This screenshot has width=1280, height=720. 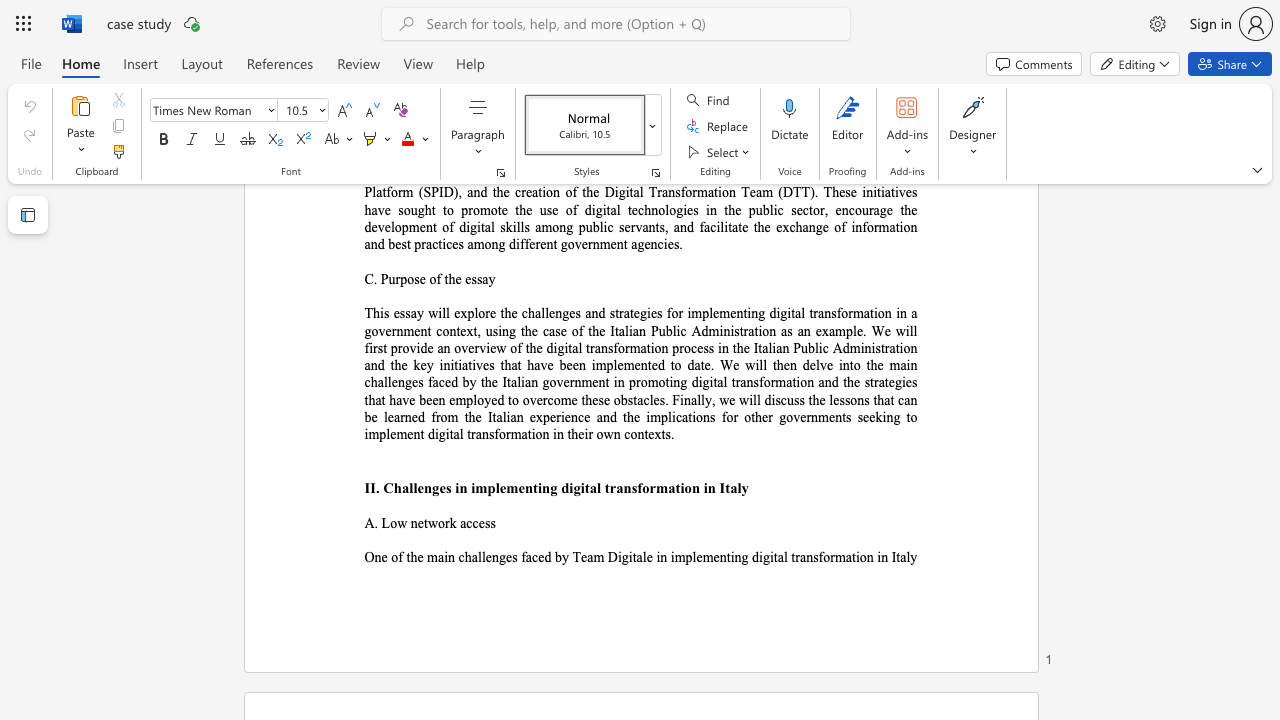 I want to click on the 1th character "L" in the text, so click(x=385, y=522).